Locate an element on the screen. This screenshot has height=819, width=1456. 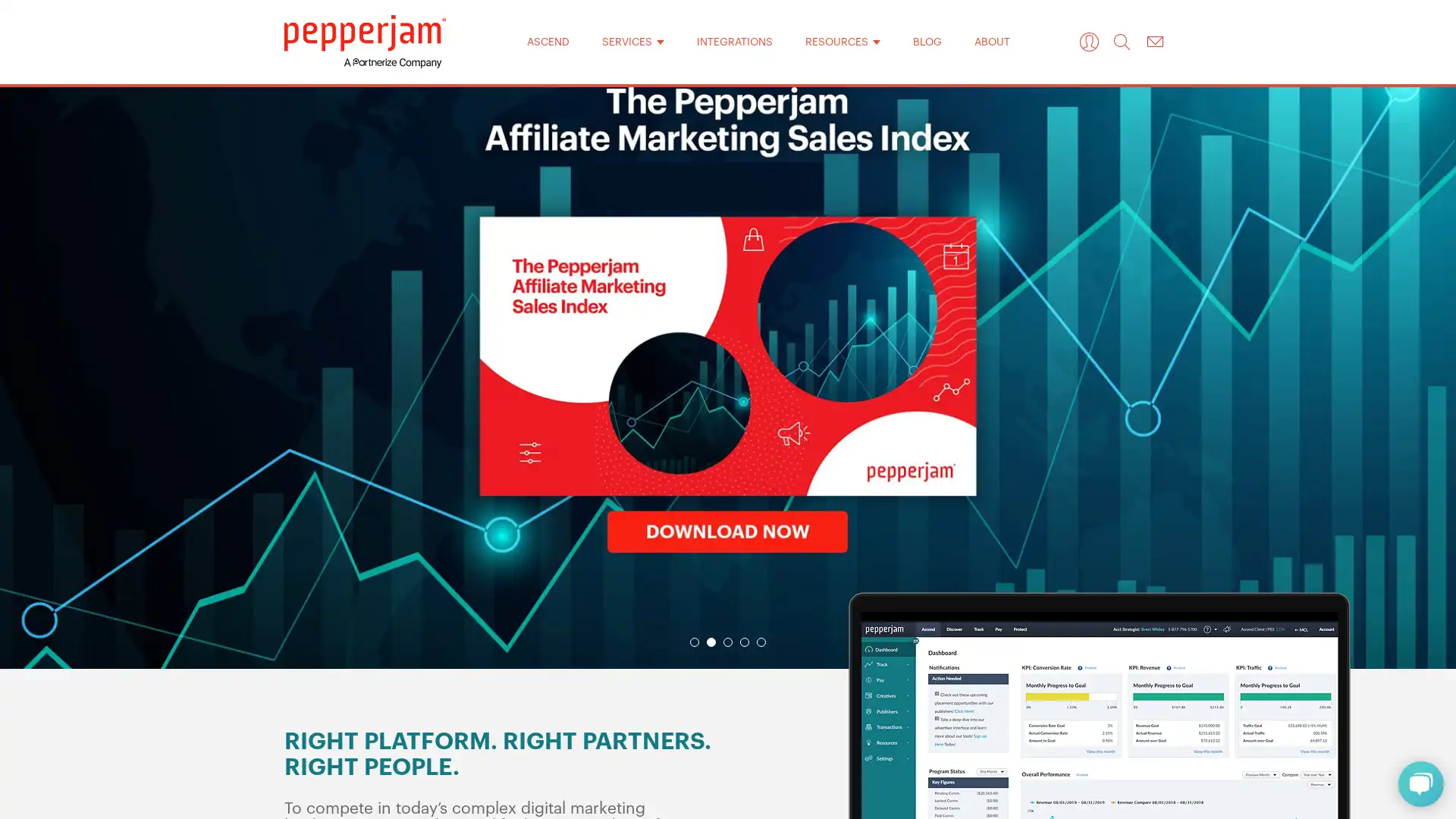
Close is located at coordinates (924, 166).